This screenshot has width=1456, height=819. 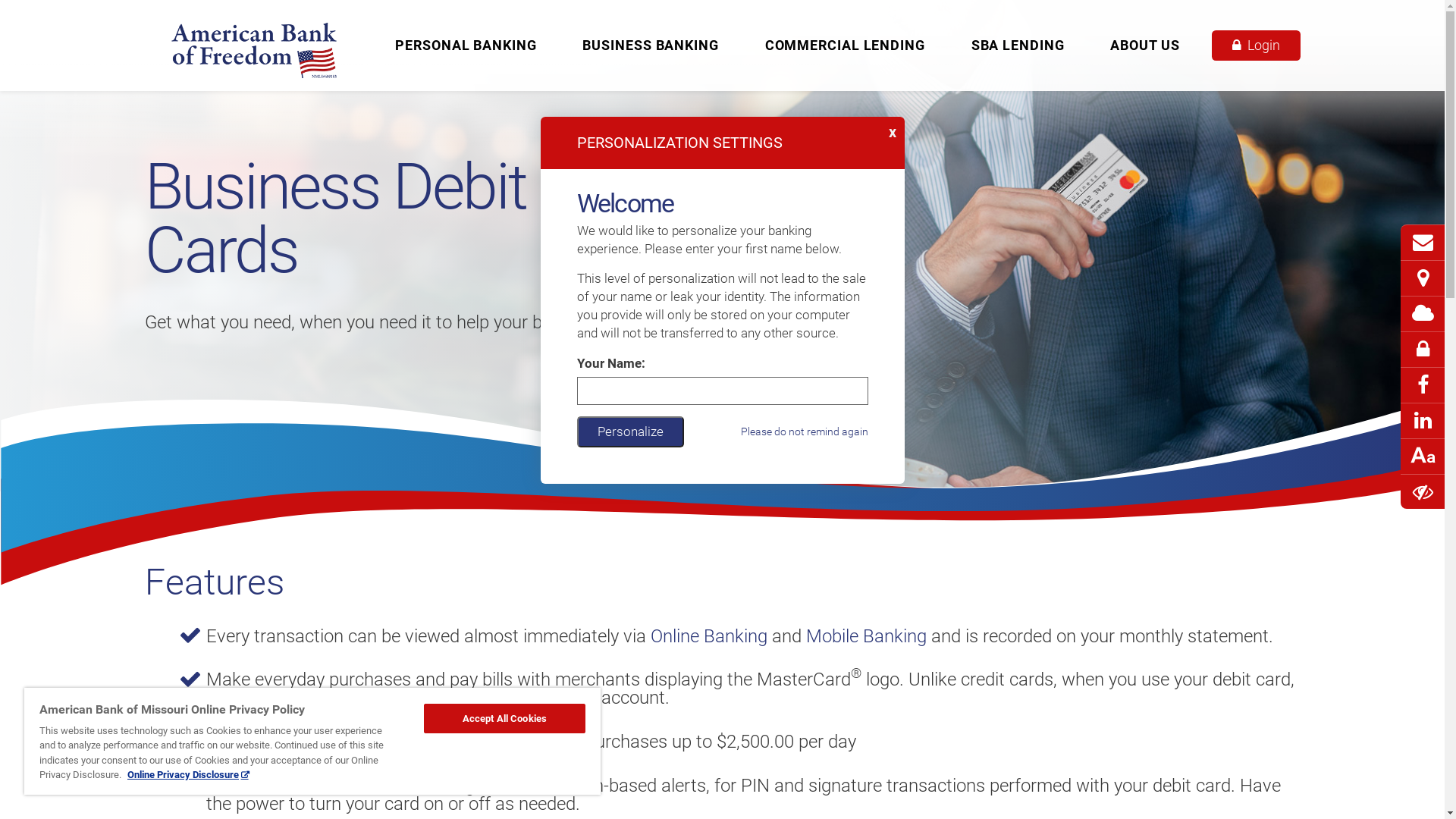 I want to click on 'x', so click(x=895, y=127).